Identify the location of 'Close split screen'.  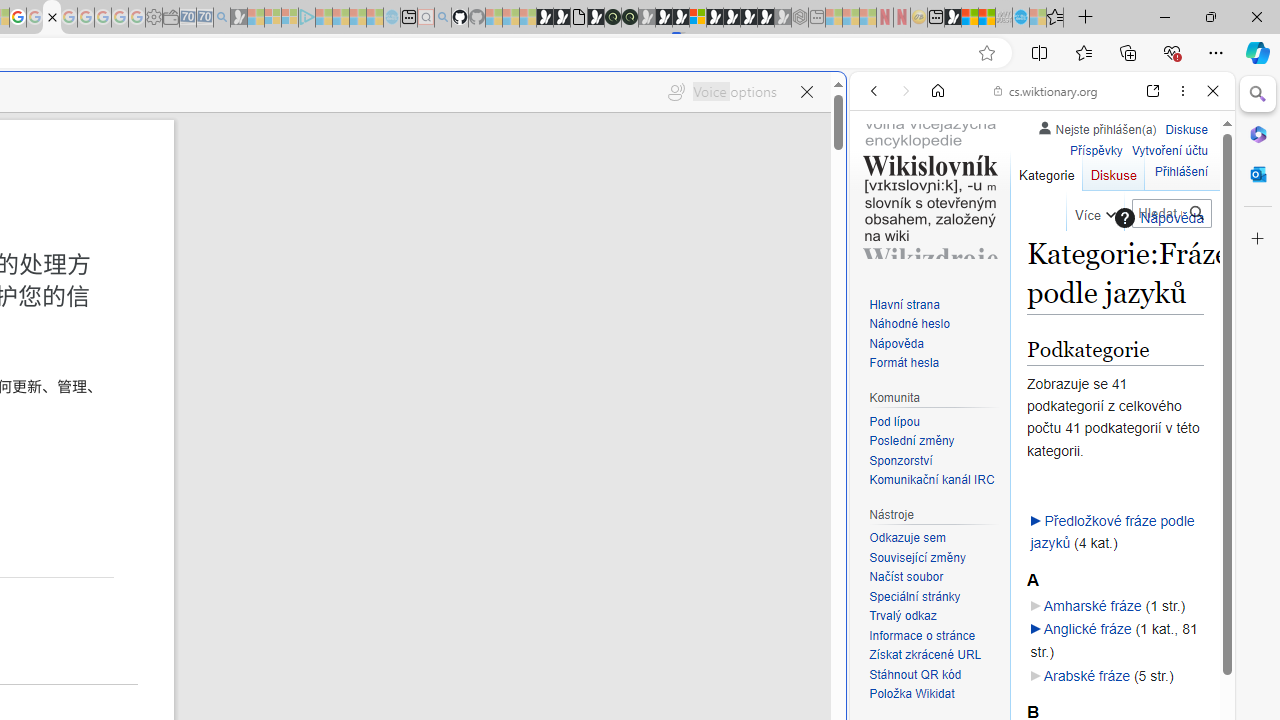
(844, 102).